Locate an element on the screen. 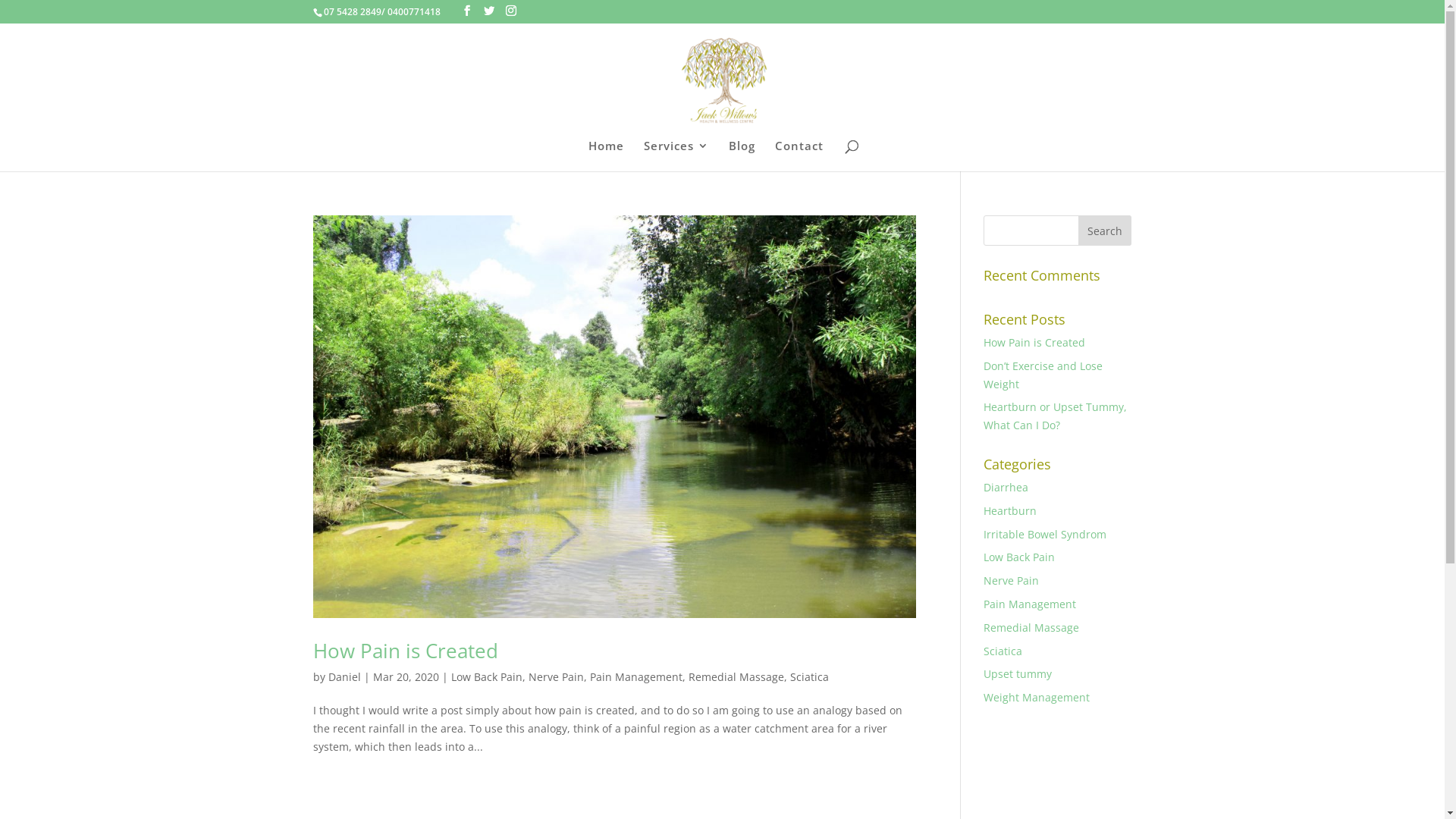 The height and width of the screenshot is (819, 1456). 'Nerve Pain' is located at coordinates (1011, 580).